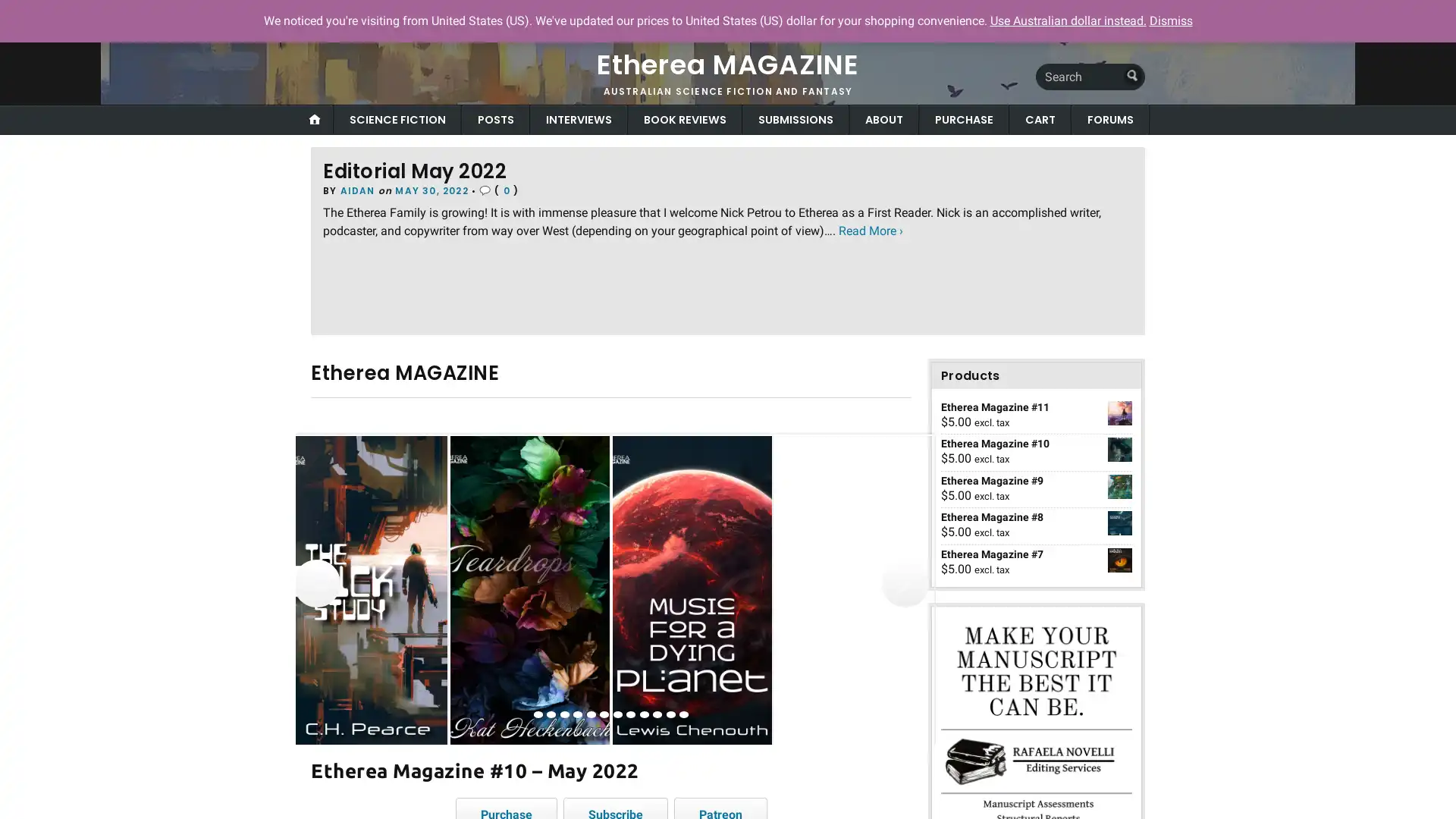  Describe the element at coordinates (669, 714) in the screenshot. I see `view image 11 of 12 in carousel` at that location.